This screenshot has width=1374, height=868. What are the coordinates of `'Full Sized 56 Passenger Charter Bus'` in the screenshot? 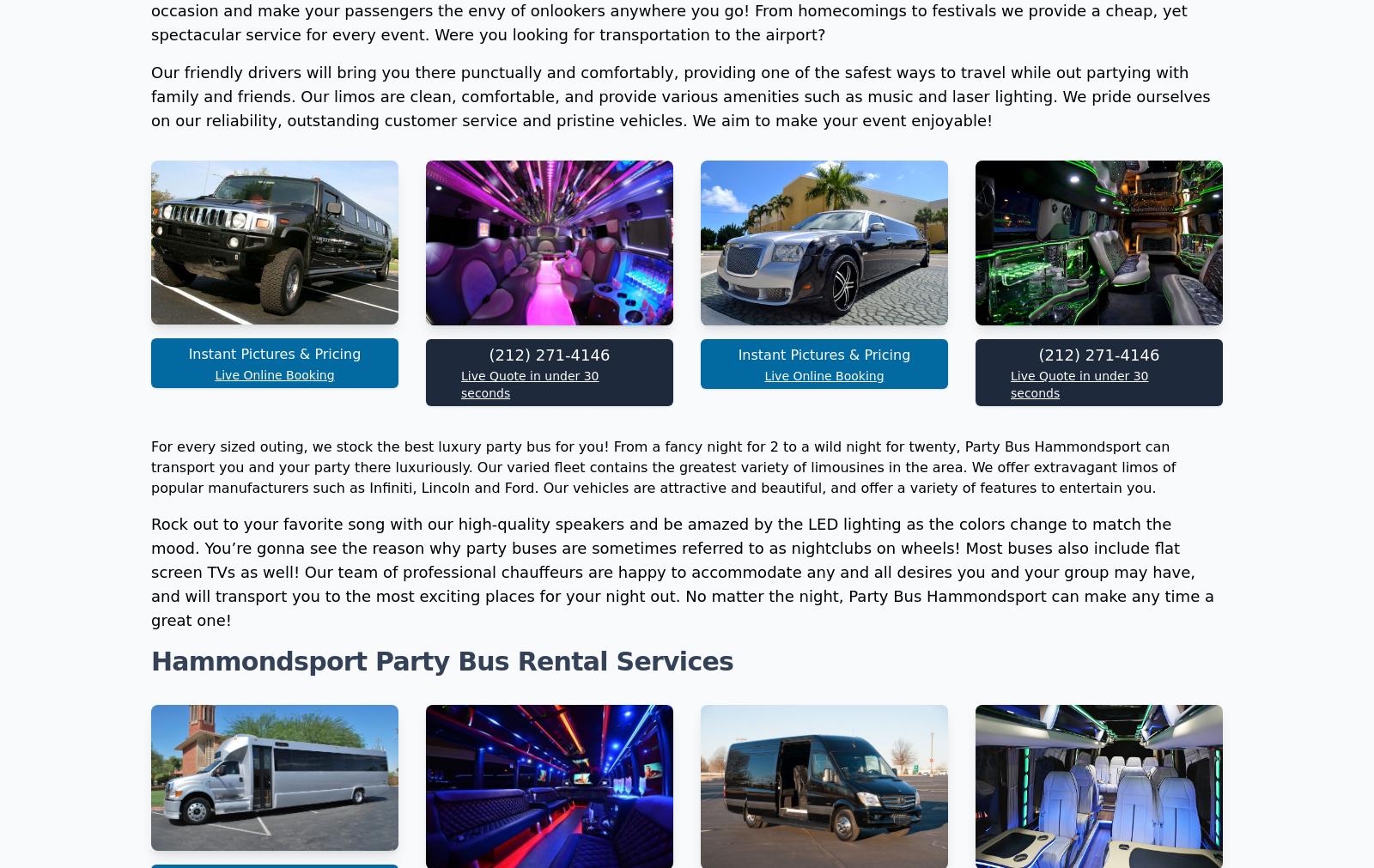 It's located at (893, 85).